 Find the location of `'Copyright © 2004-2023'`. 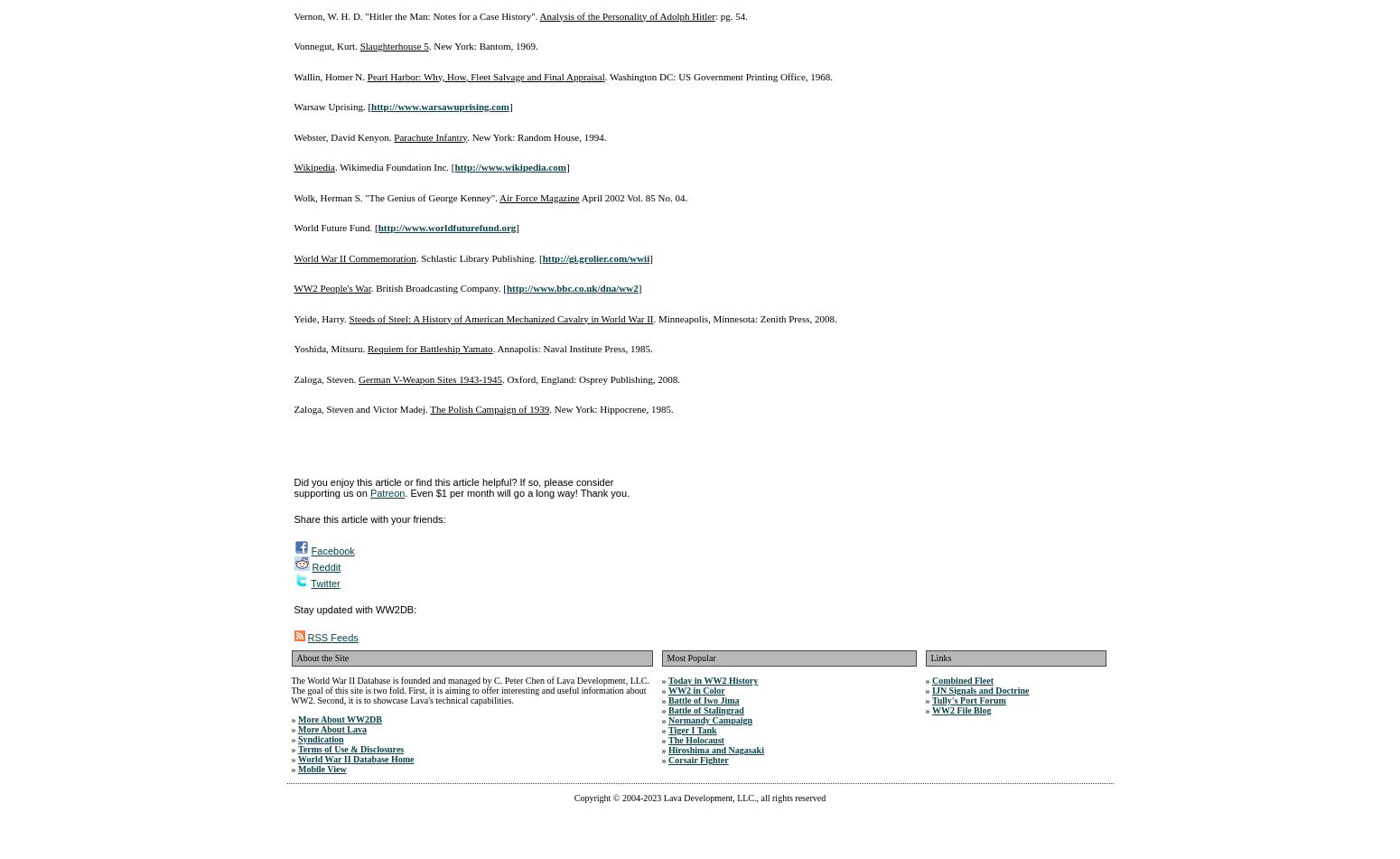

'Copyright © 2004-2023' is located at coordinates (617, 797).